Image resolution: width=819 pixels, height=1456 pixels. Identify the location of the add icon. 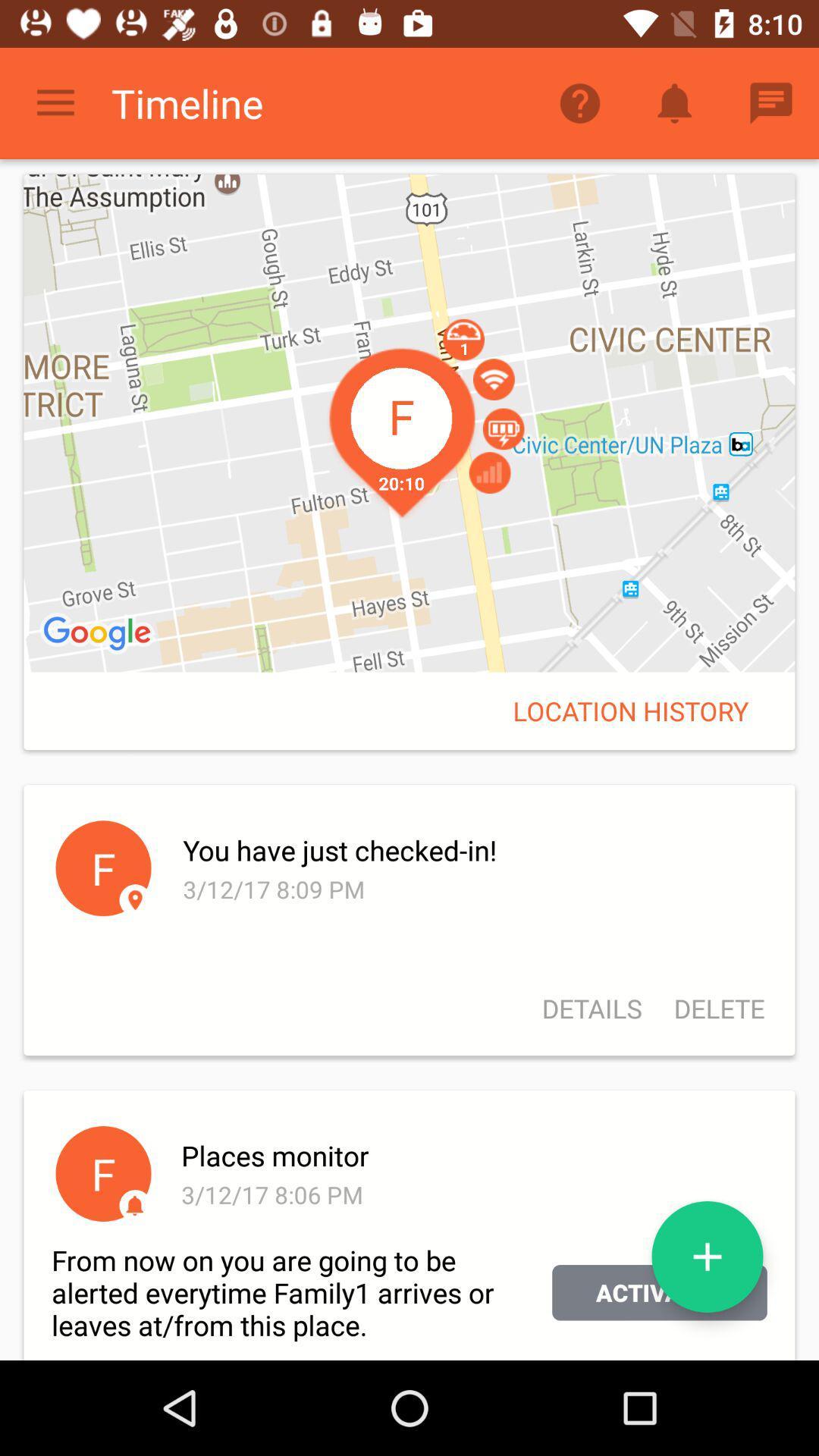
(708, 1257).